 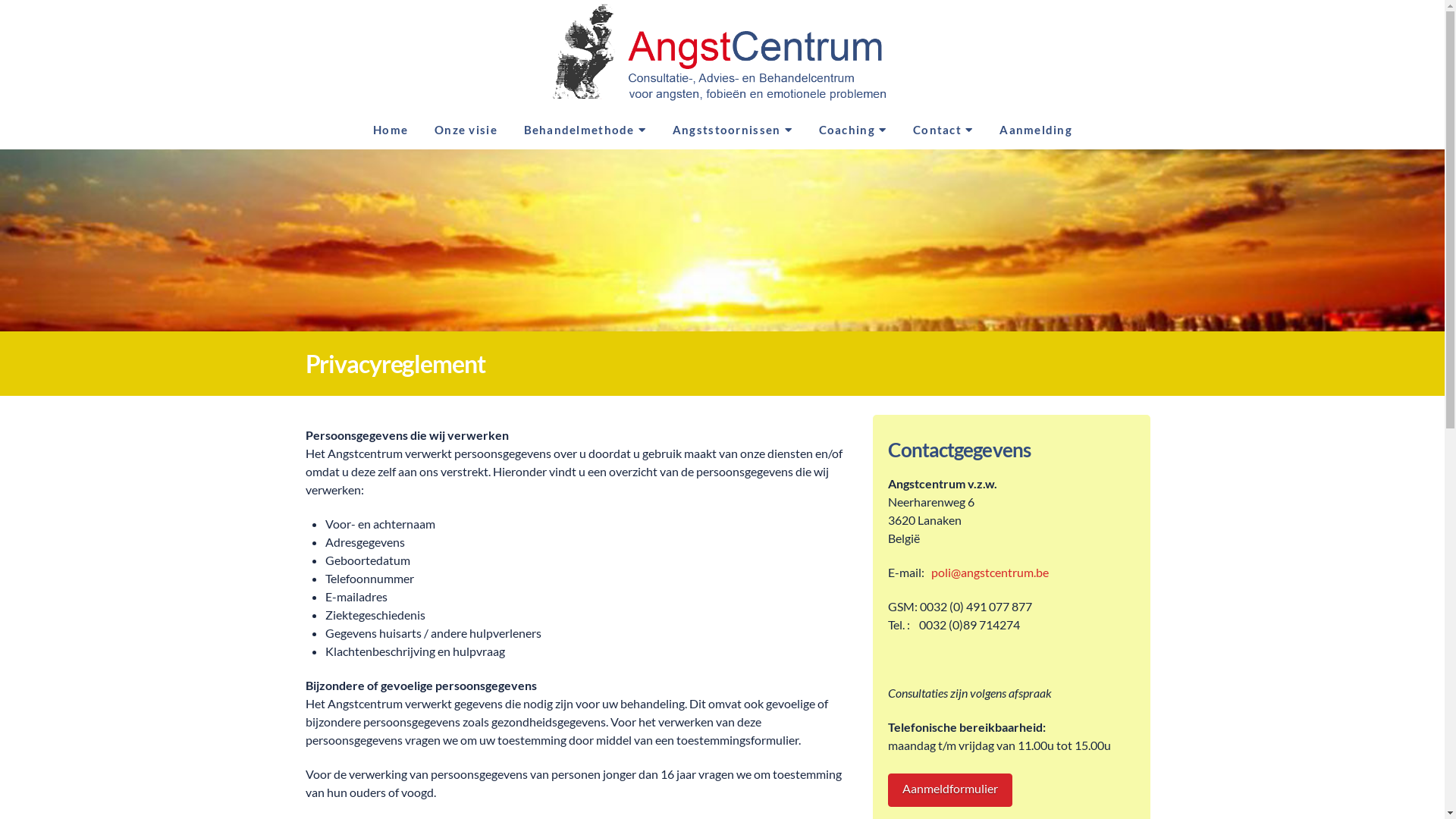 What do you see at coordinates (1034, 131) in the screenshot?
I see `'Aanmelding'` at bounding box center [1034, 131].